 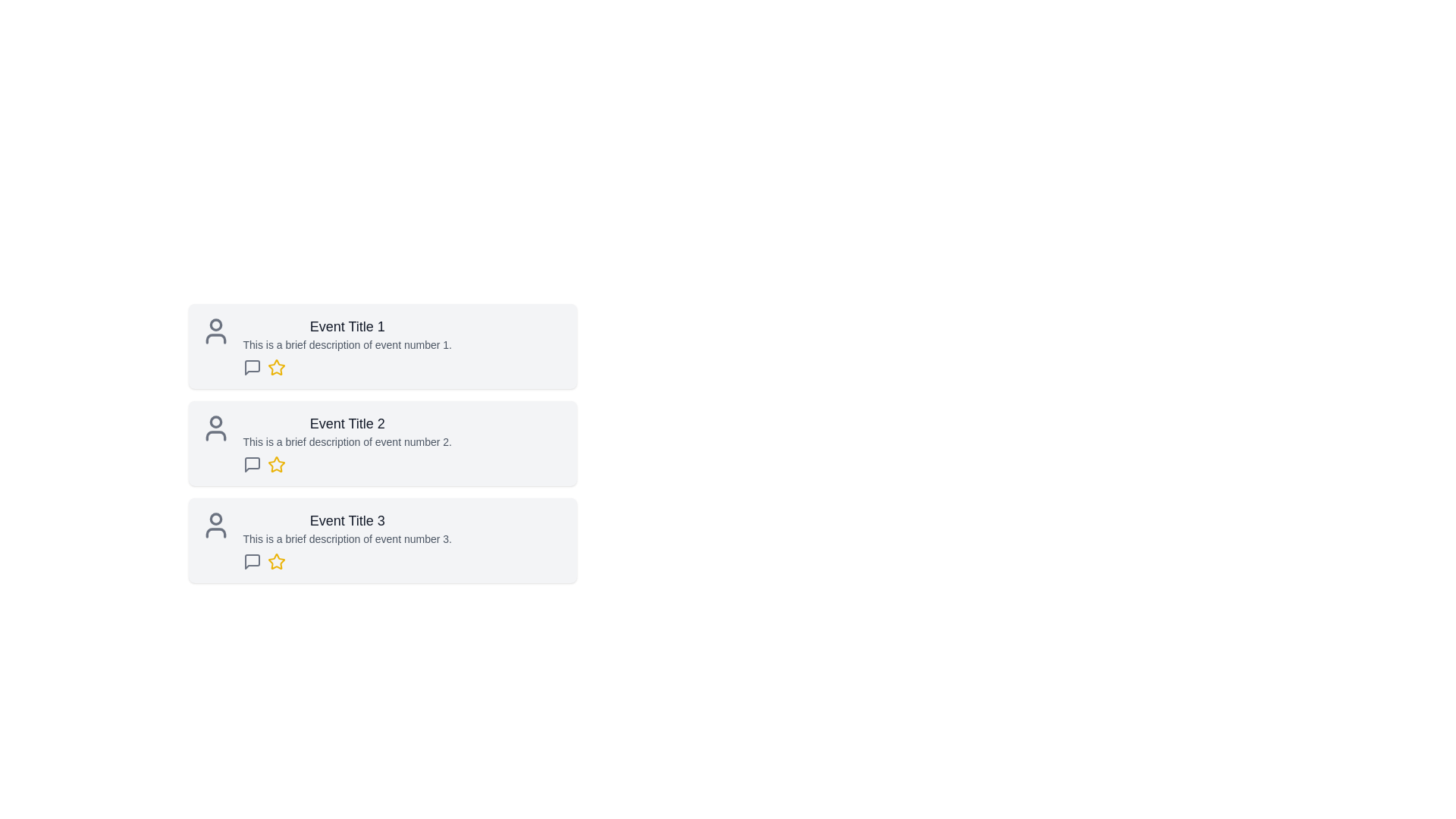 I want to click on the yellow star icon, which is the third icon in a horizontal arrangement, so click(x=276, y=464).